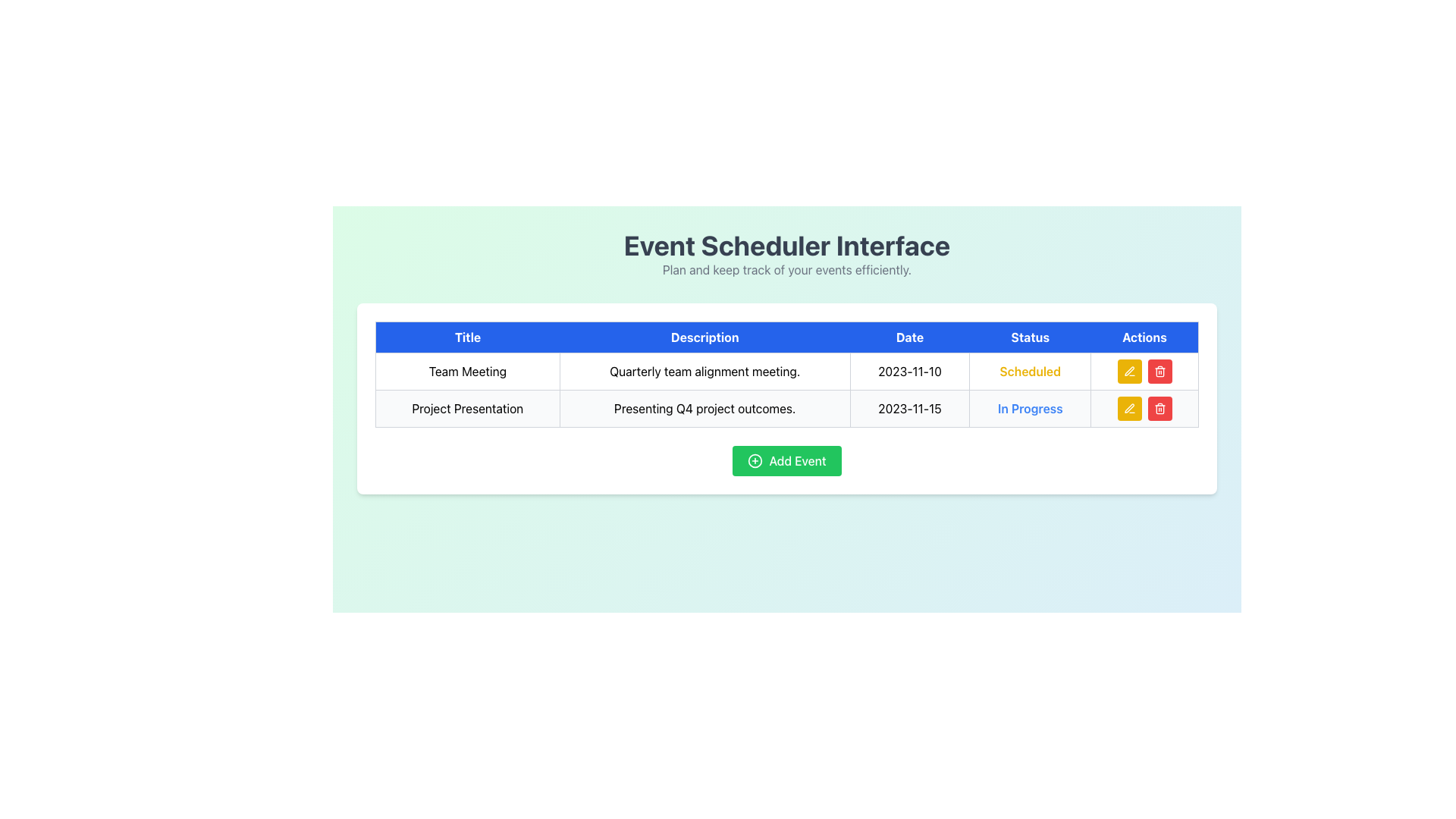 Image resolution: width=1456 pixels, height=819 pixels. Describe the element at coordinates (704, 336) in the screenshot. I see `the 'Description' header, which is a bold blue rectangular area with centered white, capitalized text, positioned between the 'Title' and 'Date' headers` at that location.